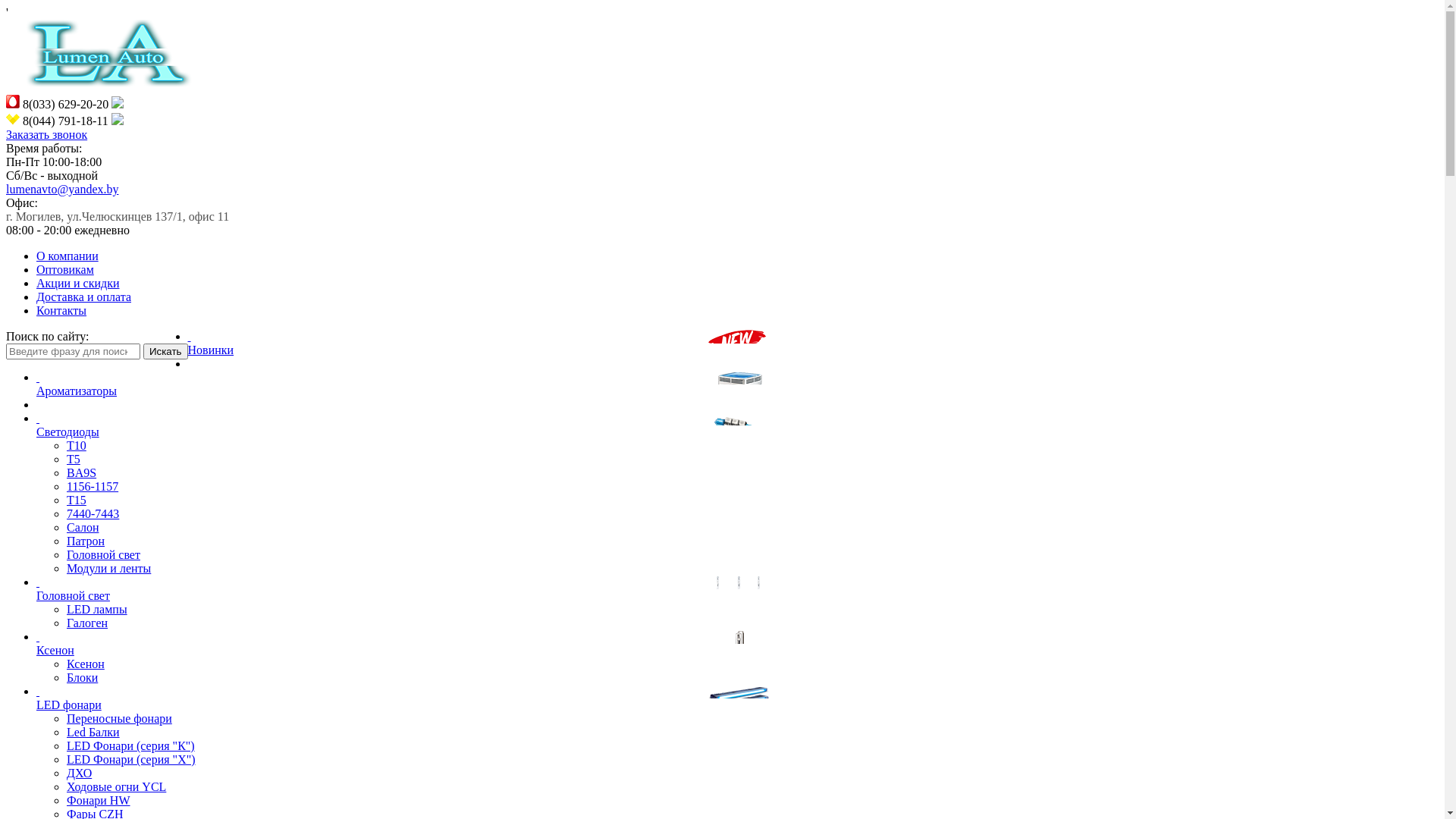 This screenshot has height=819, width=1456. I want to click on 'T10', so click(75, 444).